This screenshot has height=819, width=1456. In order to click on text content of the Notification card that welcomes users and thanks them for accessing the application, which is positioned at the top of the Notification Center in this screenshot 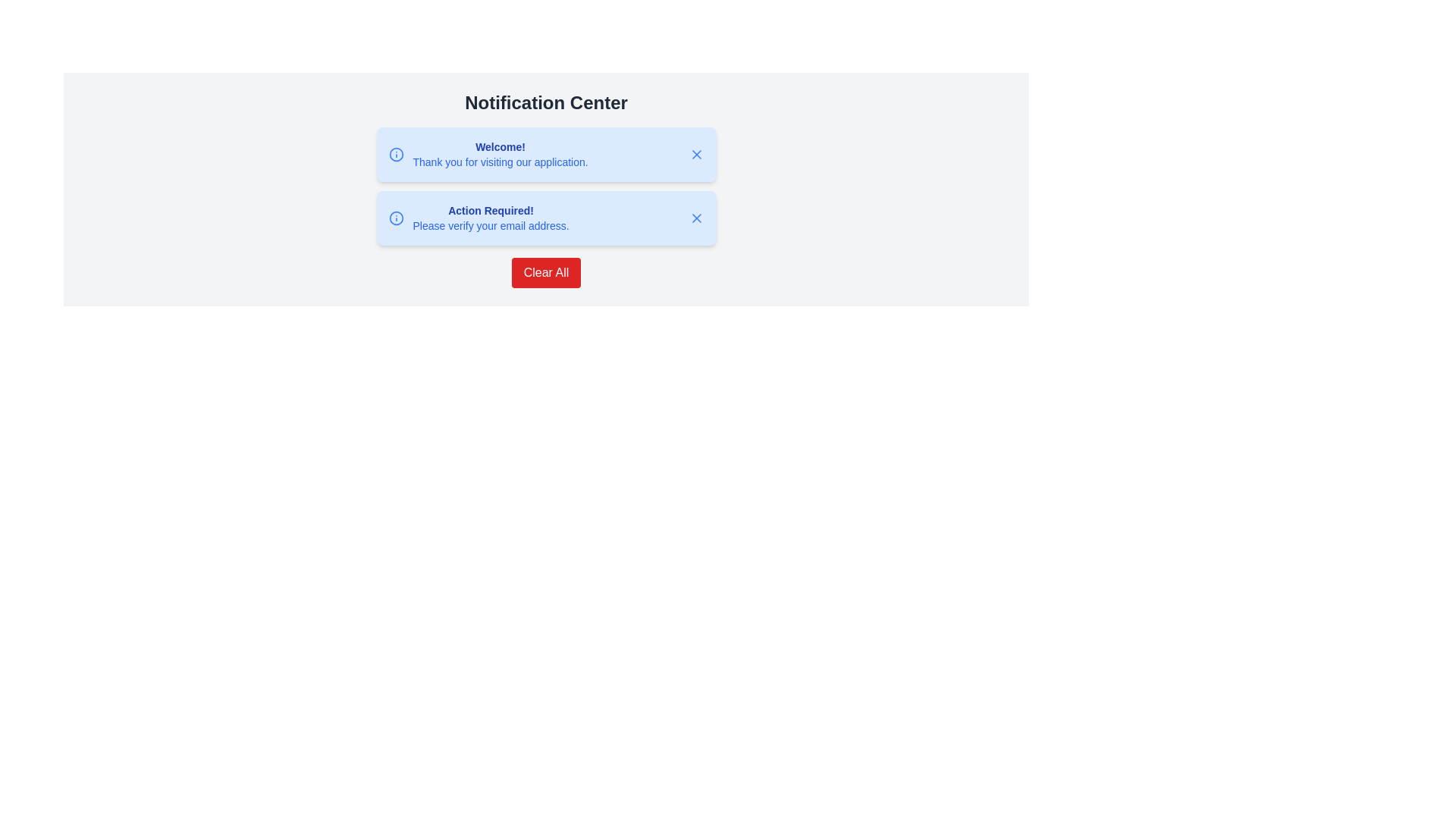, I will do `click(546, 155)`.